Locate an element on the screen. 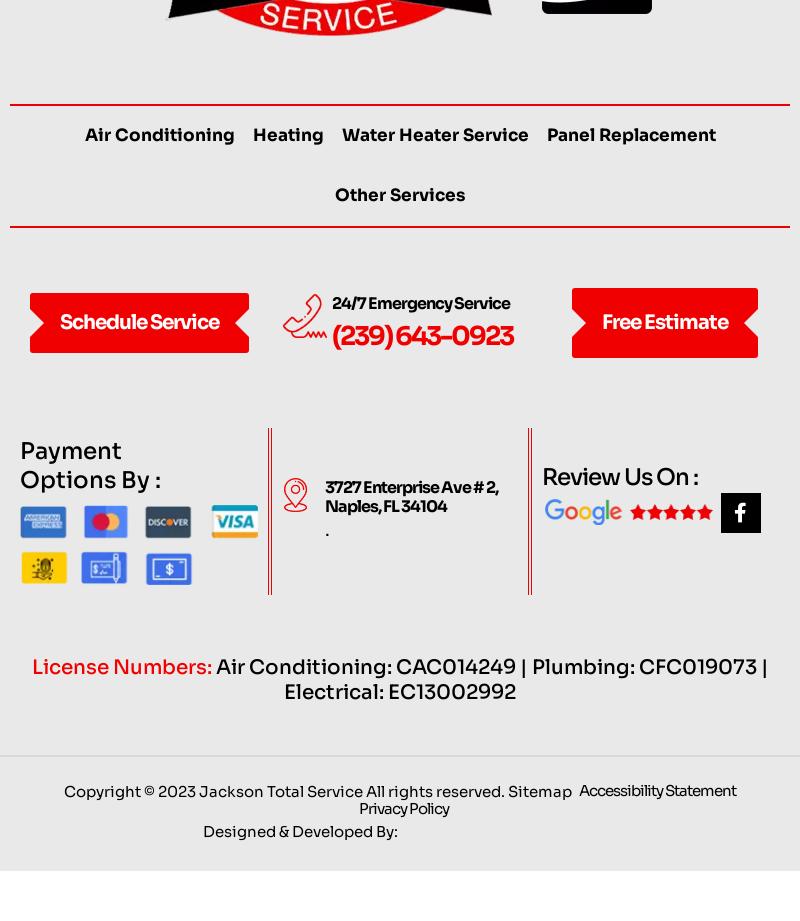 The image size is (800, 921). 'Naples, FL 34104' is located at coordinates (384, 545).